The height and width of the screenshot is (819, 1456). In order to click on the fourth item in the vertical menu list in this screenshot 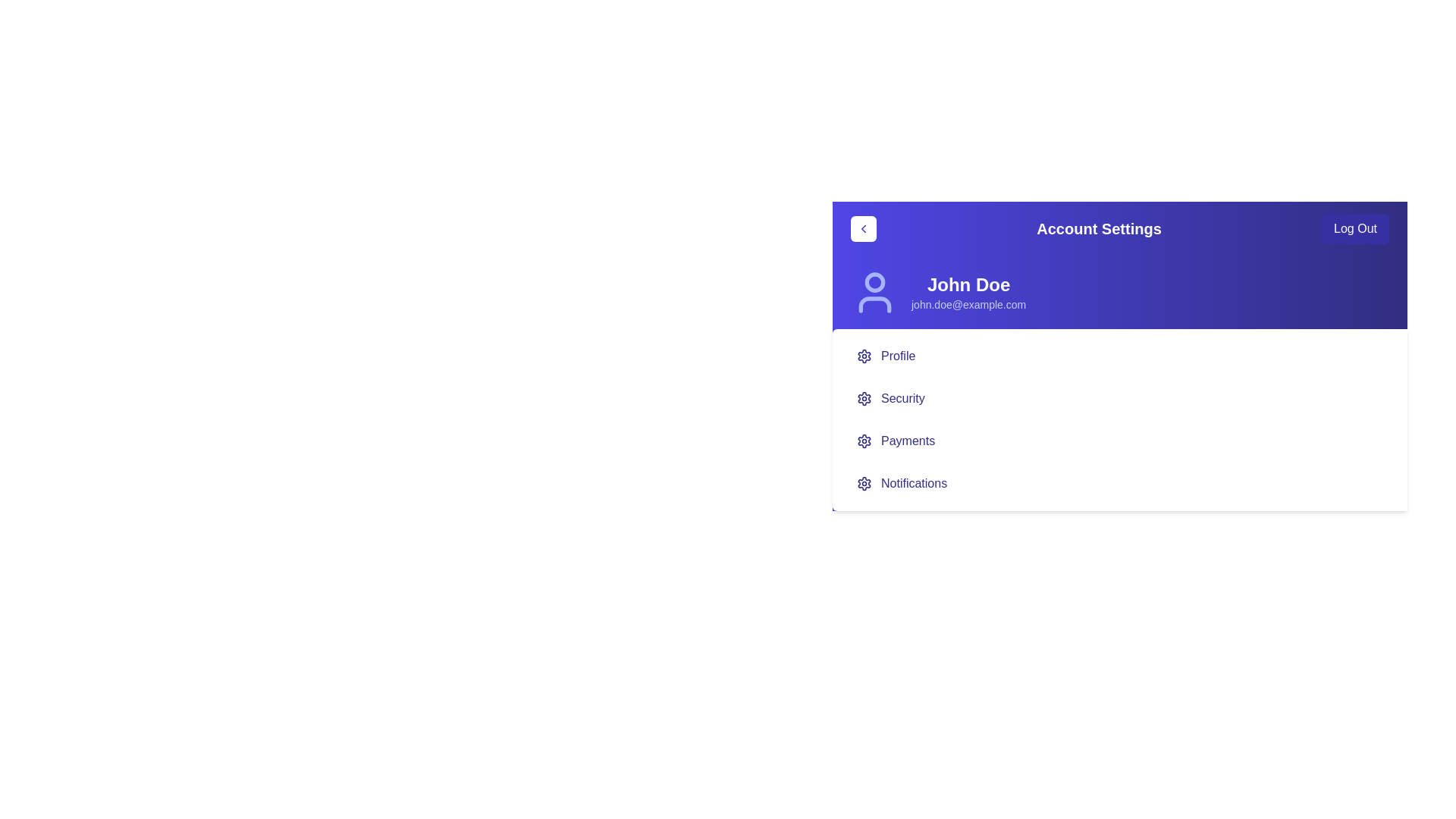, I will do `click(1120, 483)`.